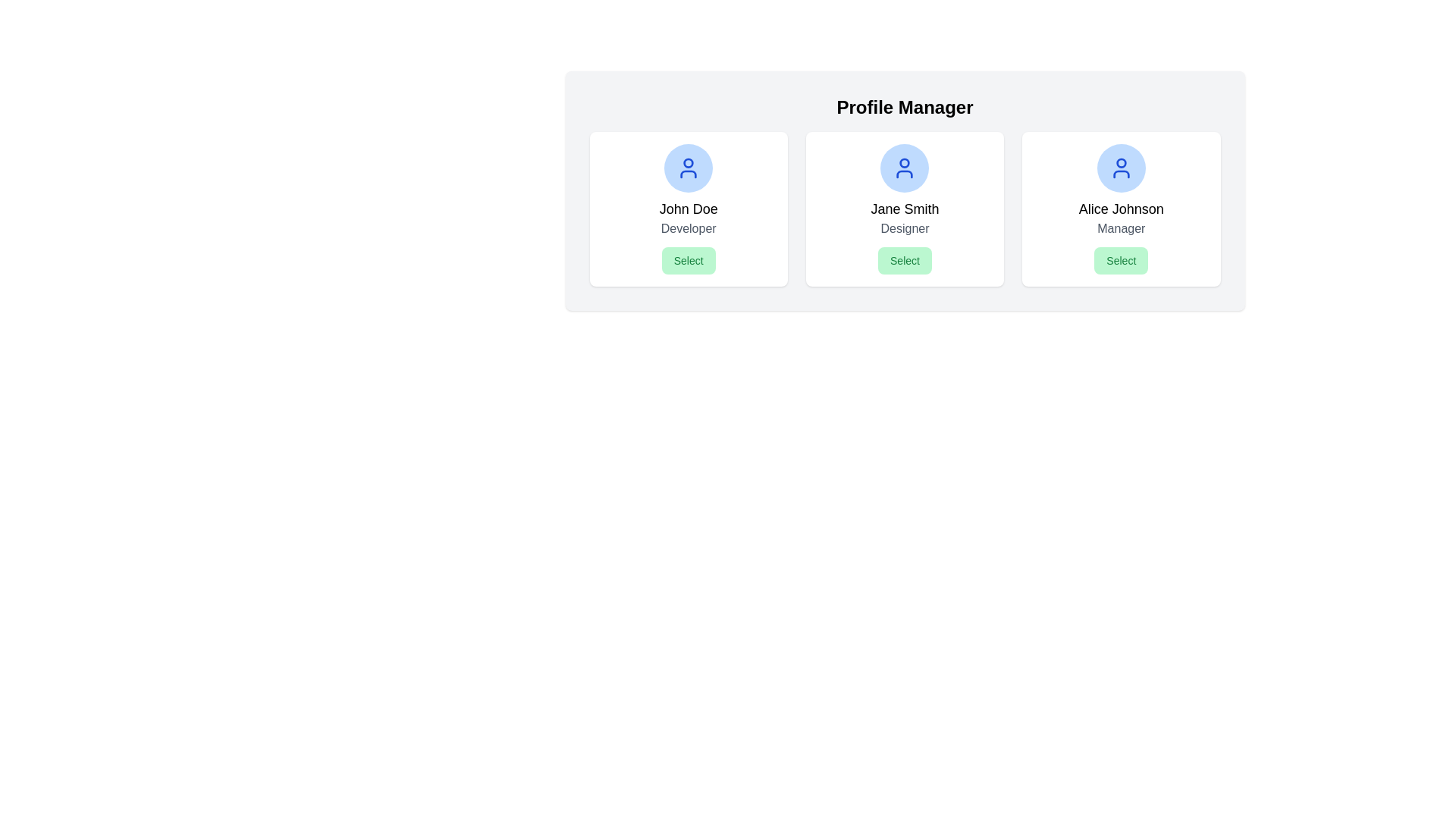  Describe the element at coordinates (688, 168) in the screenshot. I see `the user profile icon representing John Doe's developer profile, located in the leftmost card under the 'Profile Manager' heading` at that location.